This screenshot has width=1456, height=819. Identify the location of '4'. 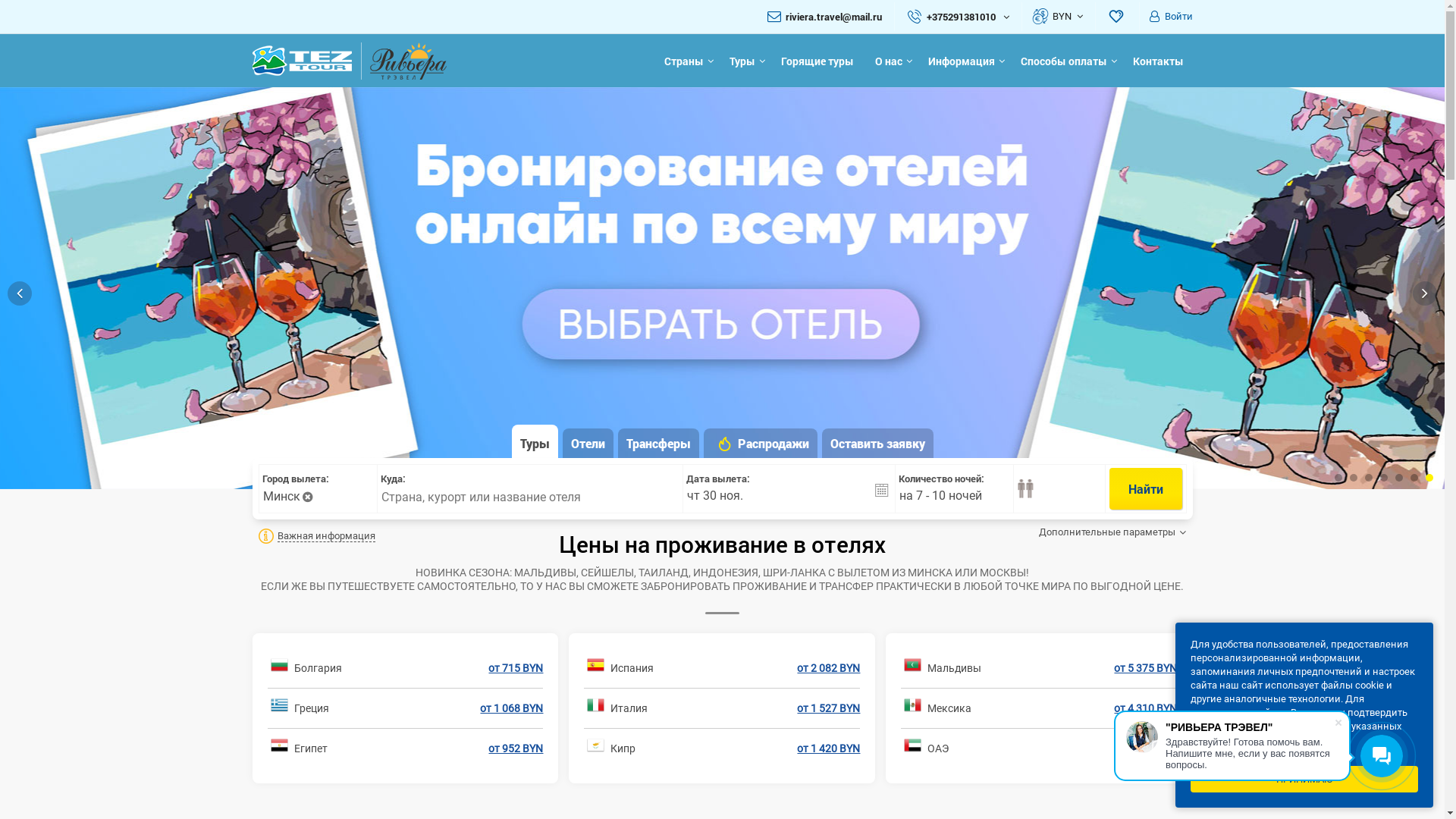
(1379, 476).